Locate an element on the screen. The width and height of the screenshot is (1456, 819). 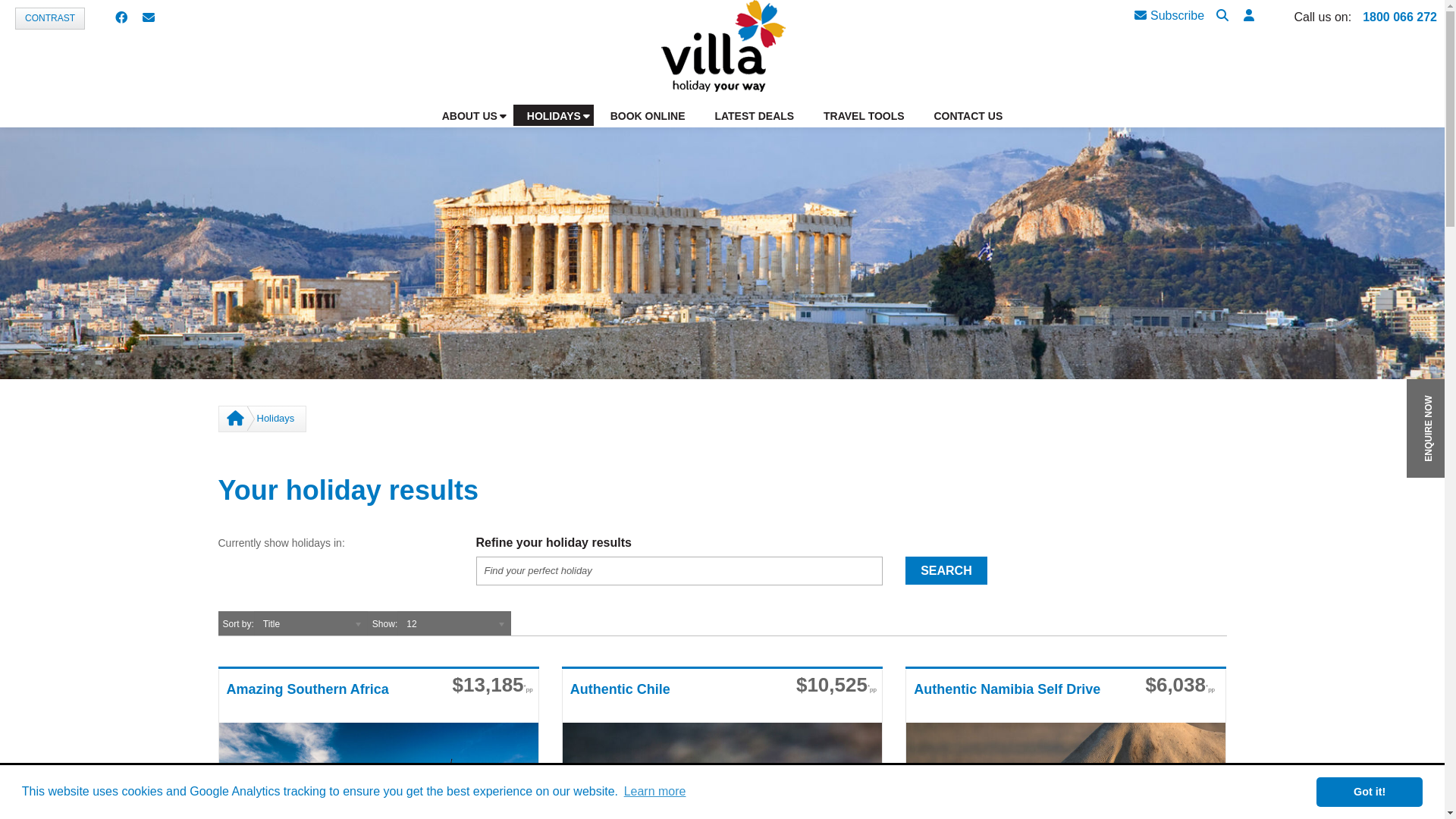
'ABOUT US' is located at coordinates (469, 114).